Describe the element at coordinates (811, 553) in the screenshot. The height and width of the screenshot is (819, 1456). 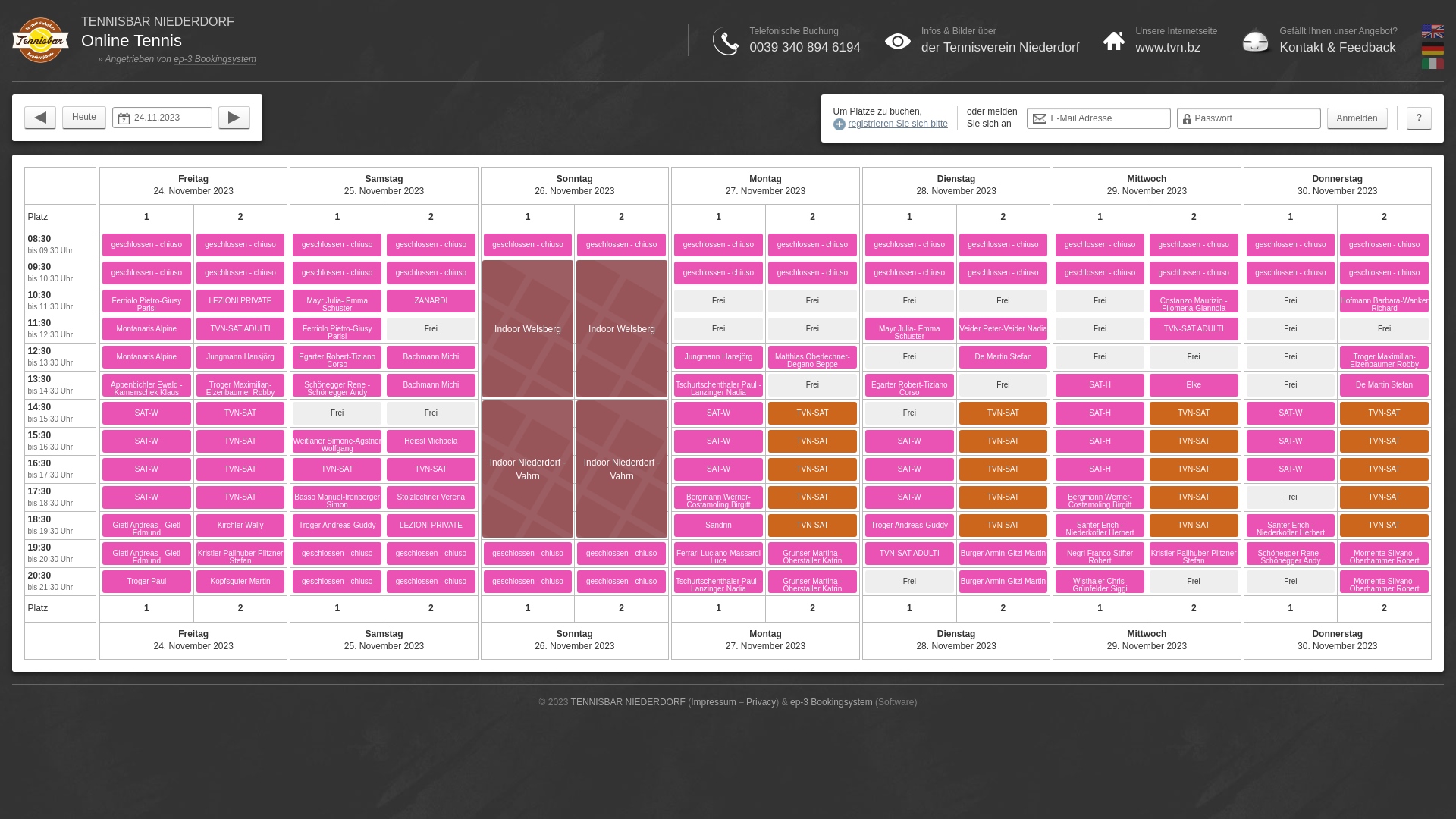
I see `'Grunser Martina - Oberstaller Katrin'` at that location.